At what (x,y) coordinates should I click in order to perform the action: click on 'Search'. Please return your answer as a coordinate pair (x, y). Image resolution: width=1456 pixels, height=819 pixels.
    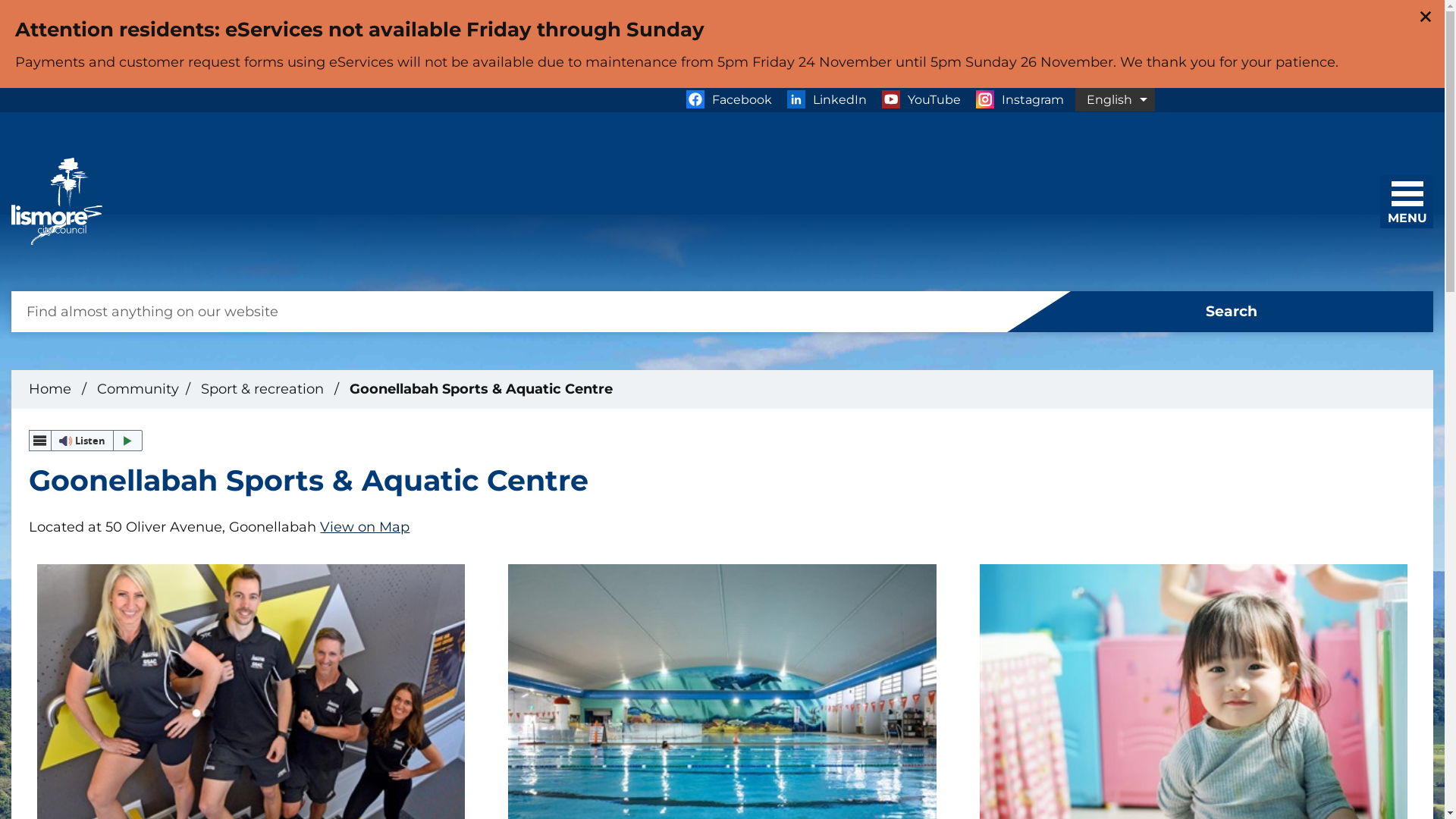
    Looking at the image, I should click on (1220, 311).